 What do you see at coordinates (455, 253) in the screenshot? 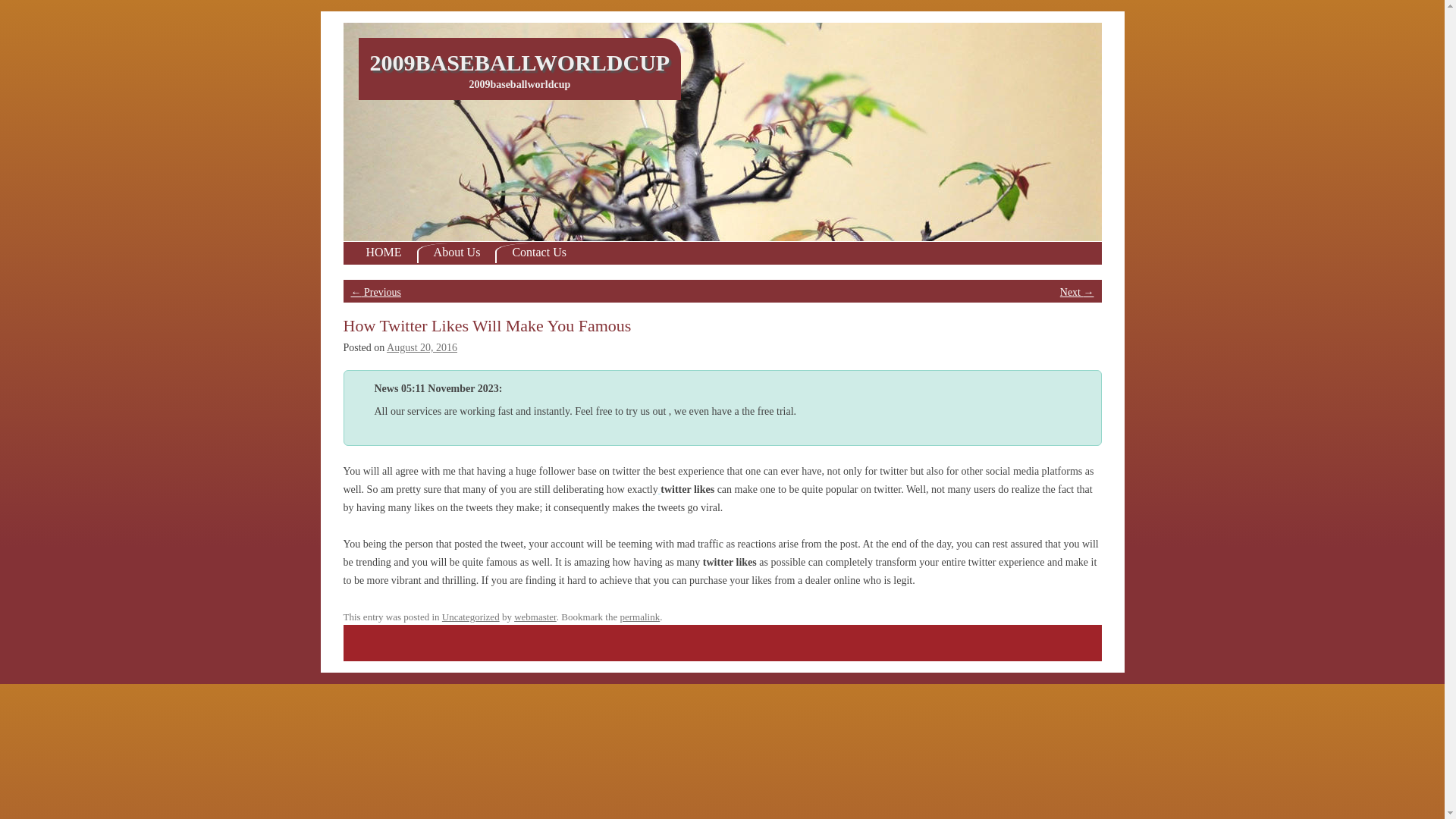
I see `'About Us'` at bounding box center [455, 253].